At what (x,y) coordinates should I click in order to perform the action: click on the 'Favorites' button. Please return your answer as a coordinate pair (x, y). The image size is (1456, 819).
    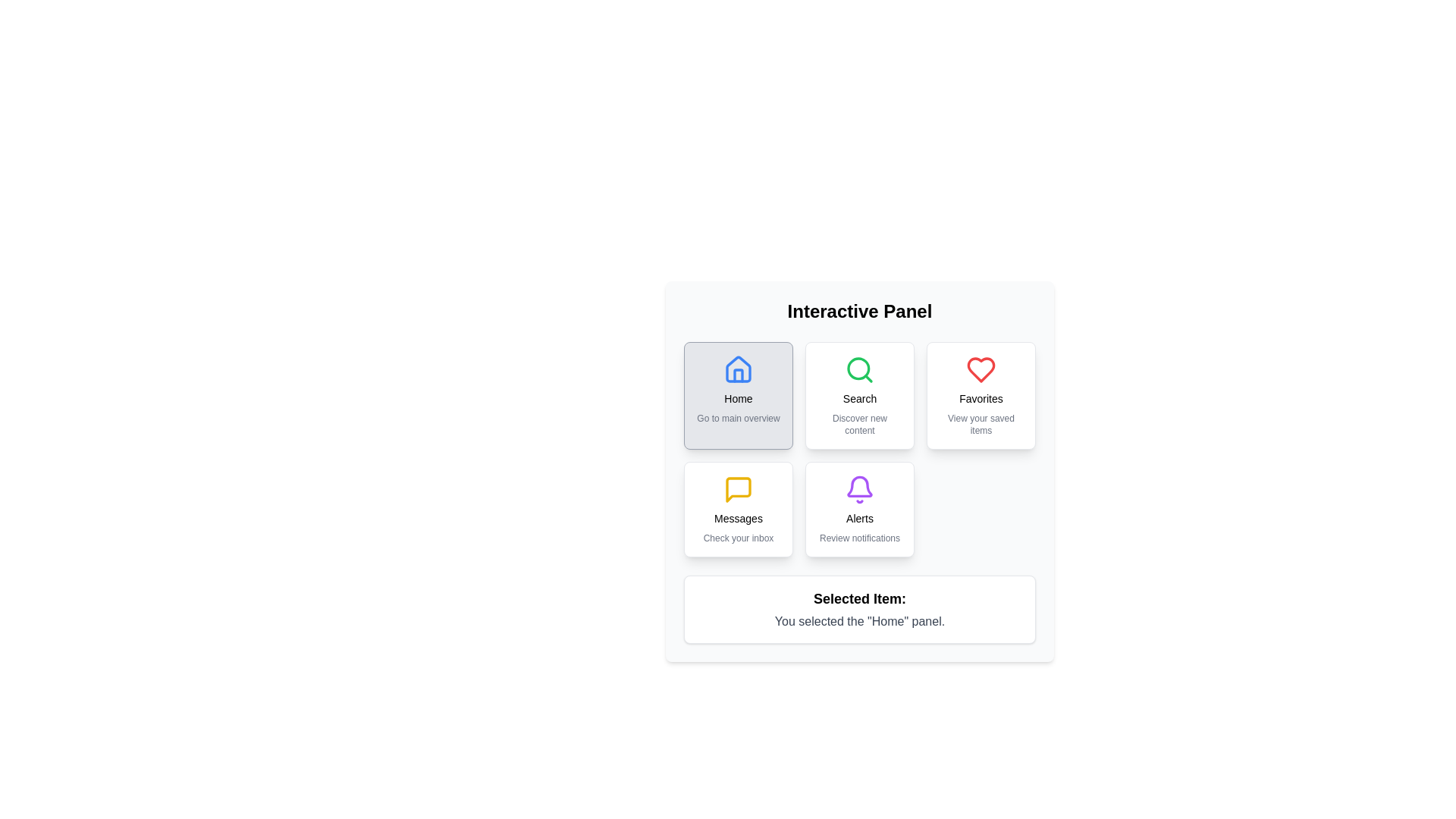
    Looking at the image, I should click on (981, 394).